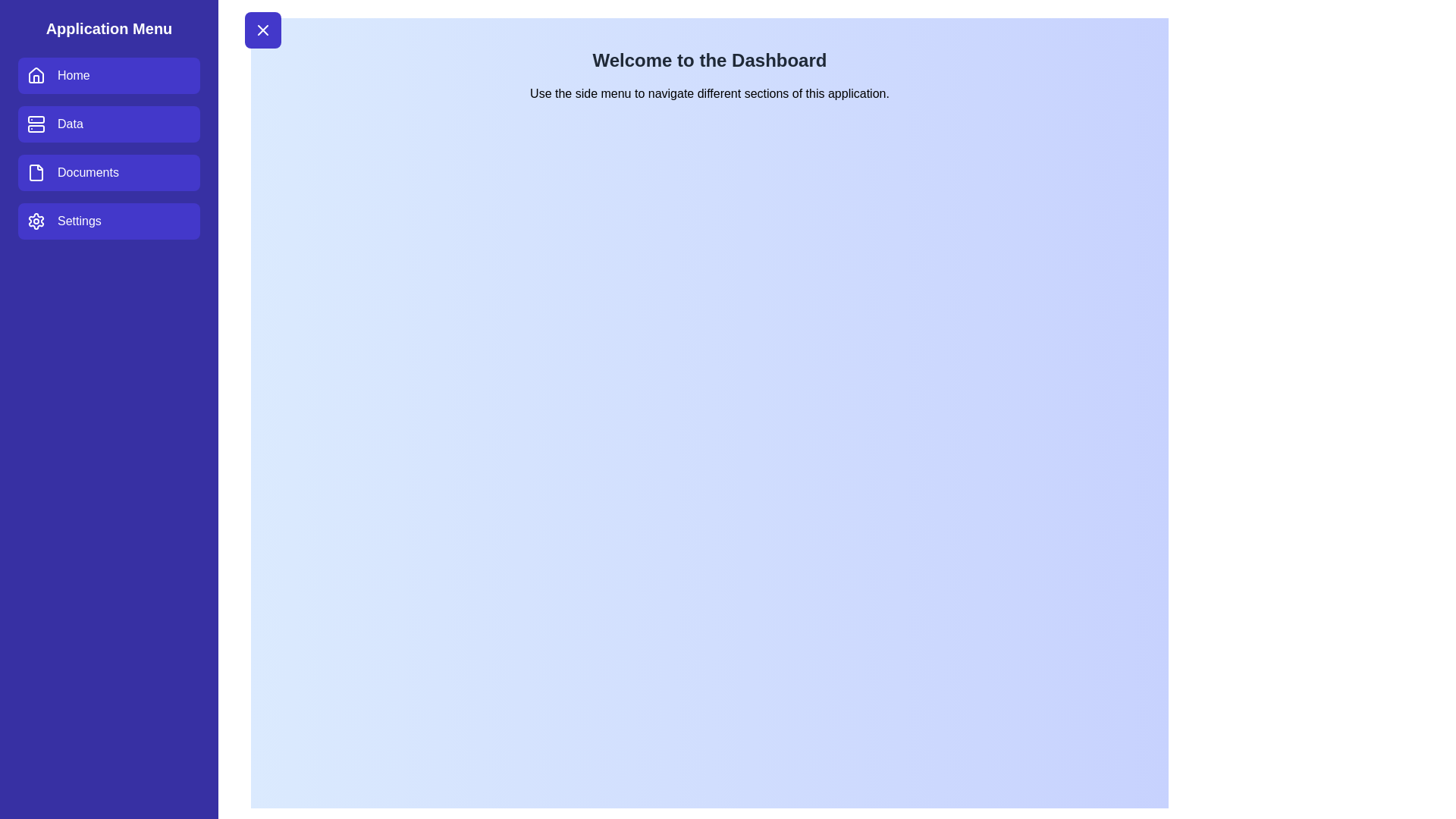 The width and height of the screenshot is (1456, 819). I want to click on toggle button at the top-left corner to toggle the drawer's state, so click(262, 30).